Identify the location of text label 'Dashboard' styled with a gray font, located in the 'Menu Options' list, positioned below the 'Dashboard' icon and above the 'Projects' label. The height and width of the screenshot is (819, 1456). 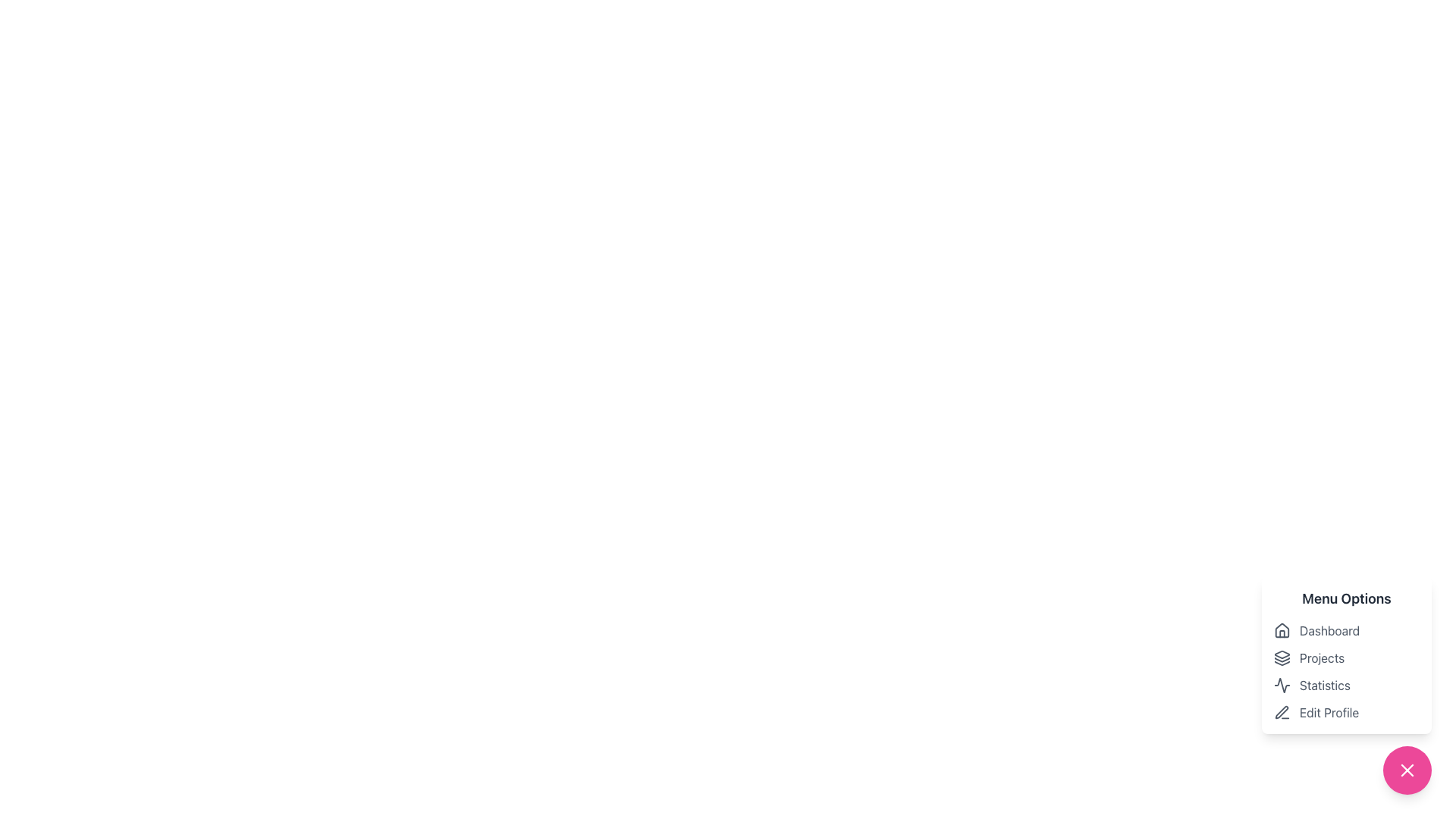
(1329, 631).